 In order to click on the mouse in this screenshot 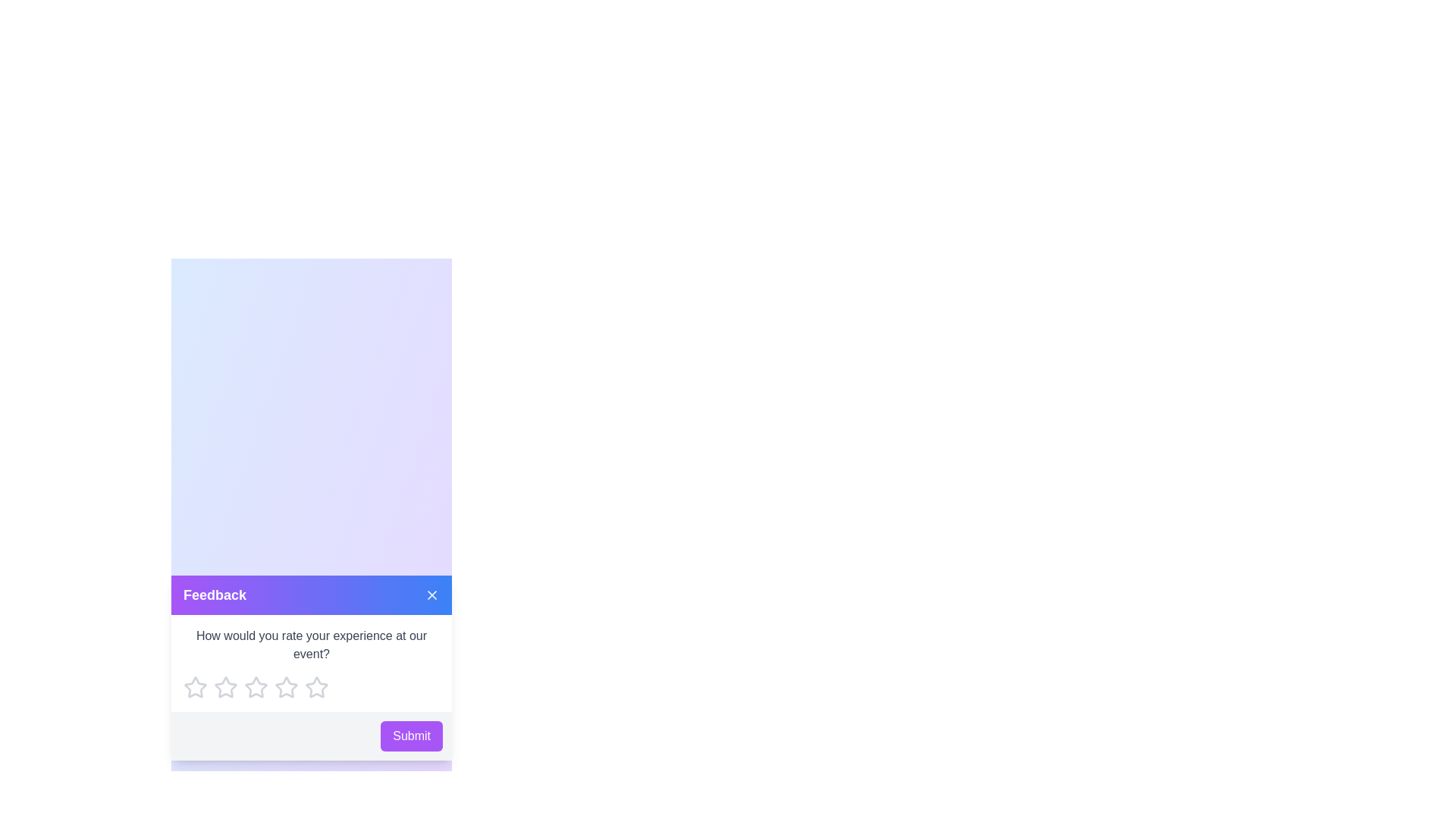, I will do `click(311, 663)`.